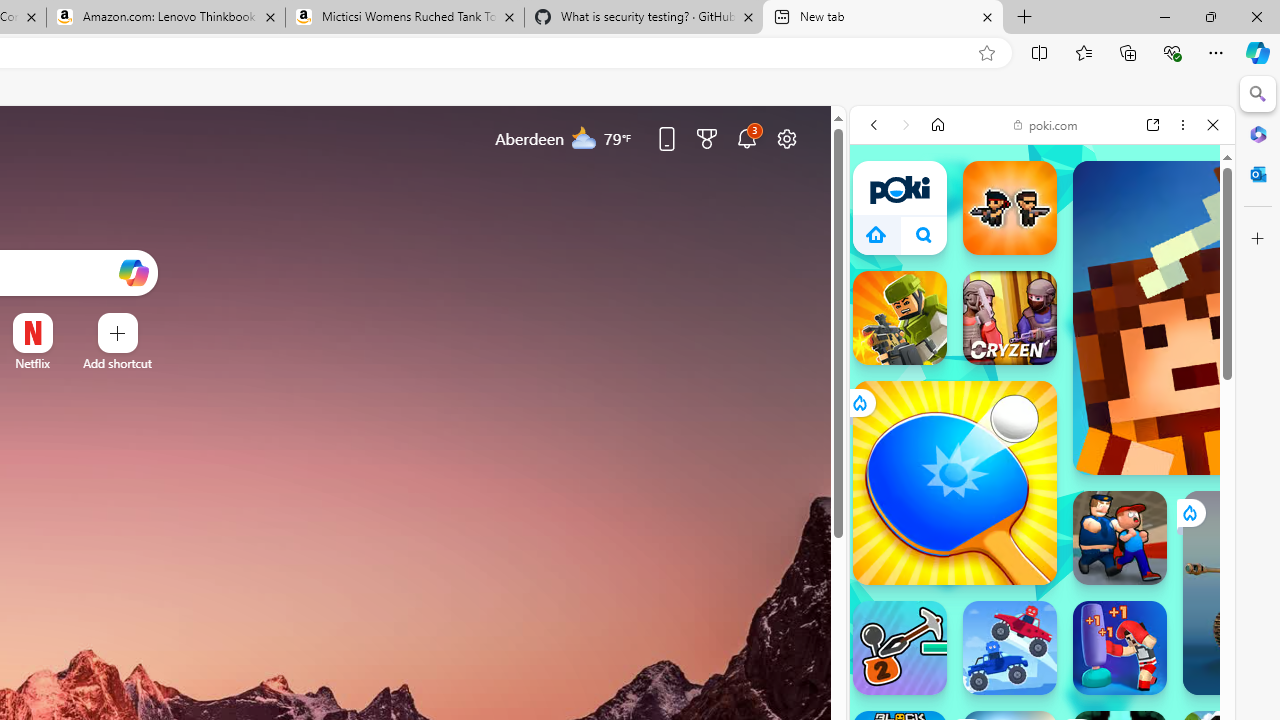 This screenshot has height=720, width=1280. Describe the element at coordinates (1009, 208) in the screenshot. I see `'Zombie Rush'` at that location.